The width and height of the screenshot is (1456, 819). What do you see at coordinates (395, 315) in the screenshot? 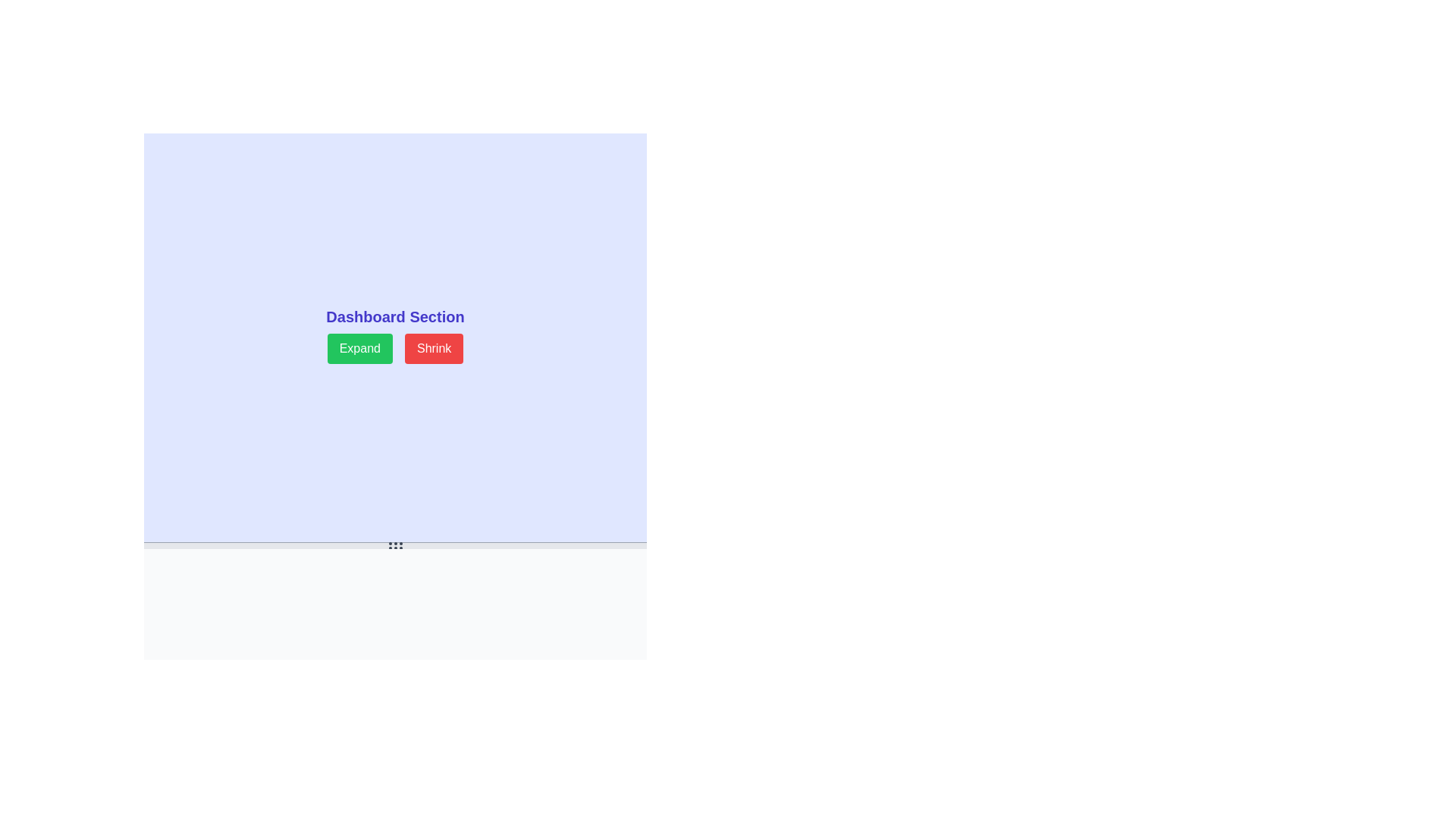
I see `the 'Dashboard Section' text label, which is styled in bold and large indigo font on a light indigo background, positioned centrally above the 'Expand' and 'Shrink' buttons` at bounding box center [395, 315].